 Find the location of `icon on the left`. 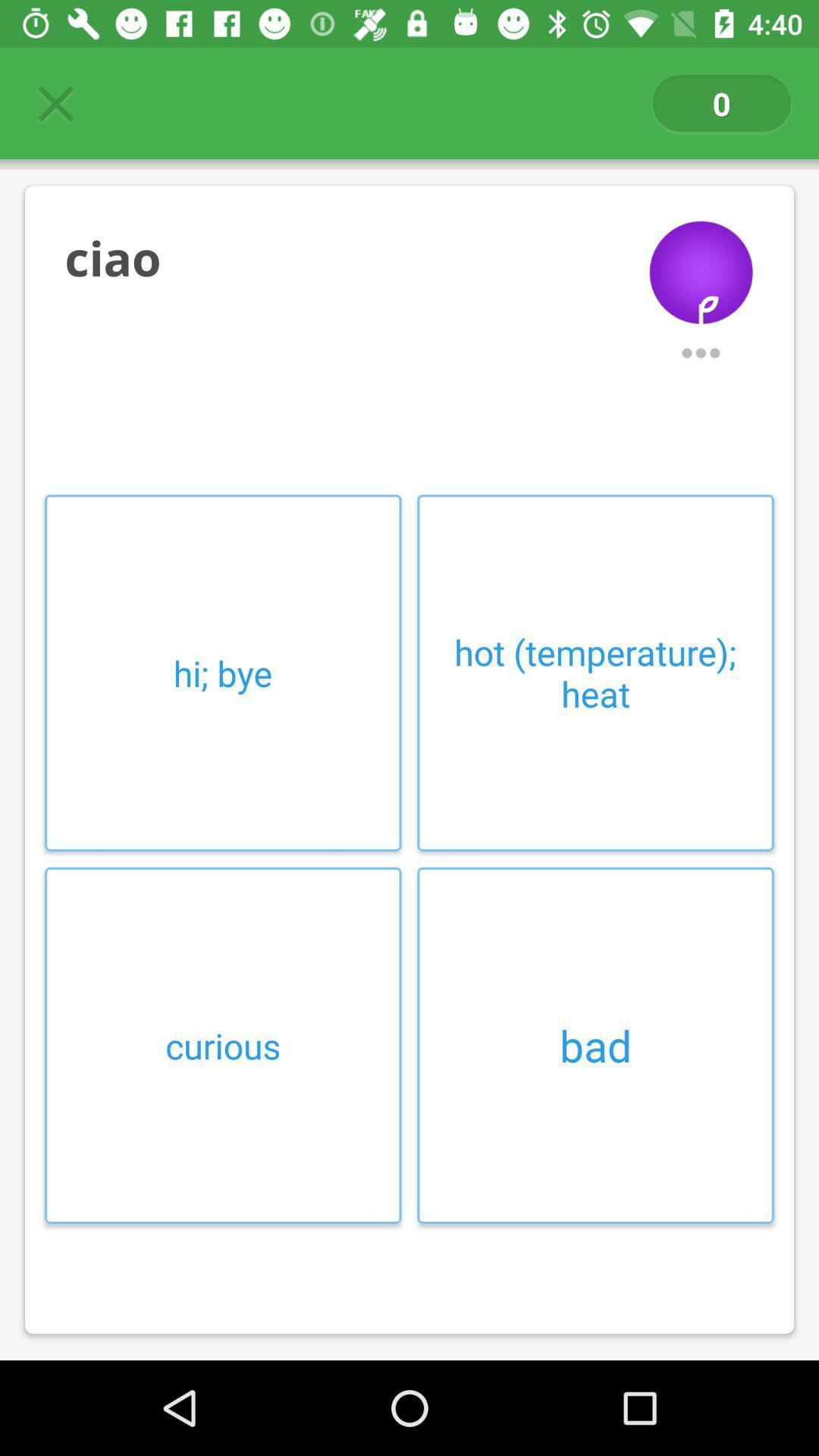

icon on the left is located at coordinates (223, 672).